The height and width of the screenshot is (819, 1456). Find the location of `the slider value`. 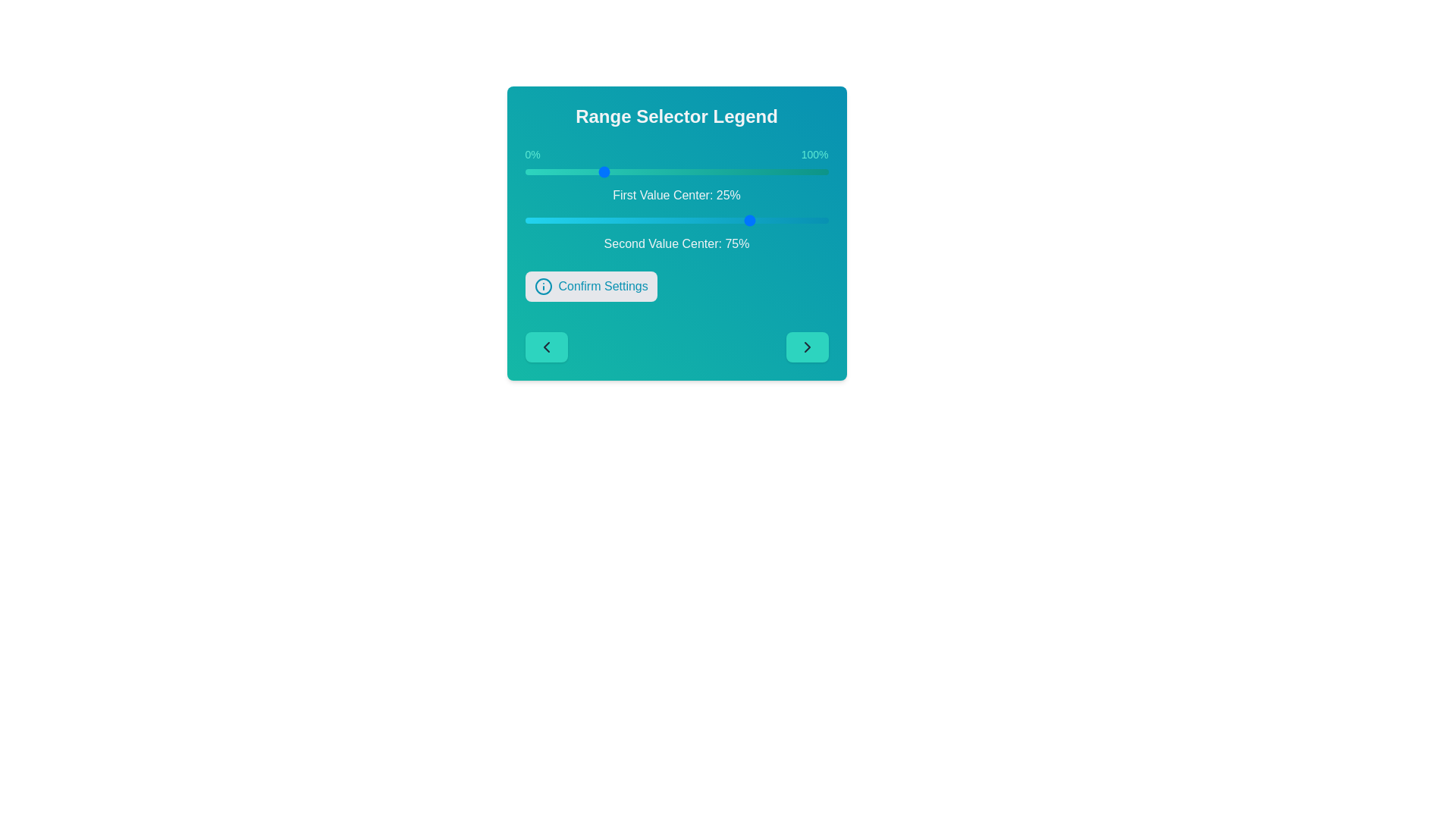

the slider value is located at coordinates (685, 220).